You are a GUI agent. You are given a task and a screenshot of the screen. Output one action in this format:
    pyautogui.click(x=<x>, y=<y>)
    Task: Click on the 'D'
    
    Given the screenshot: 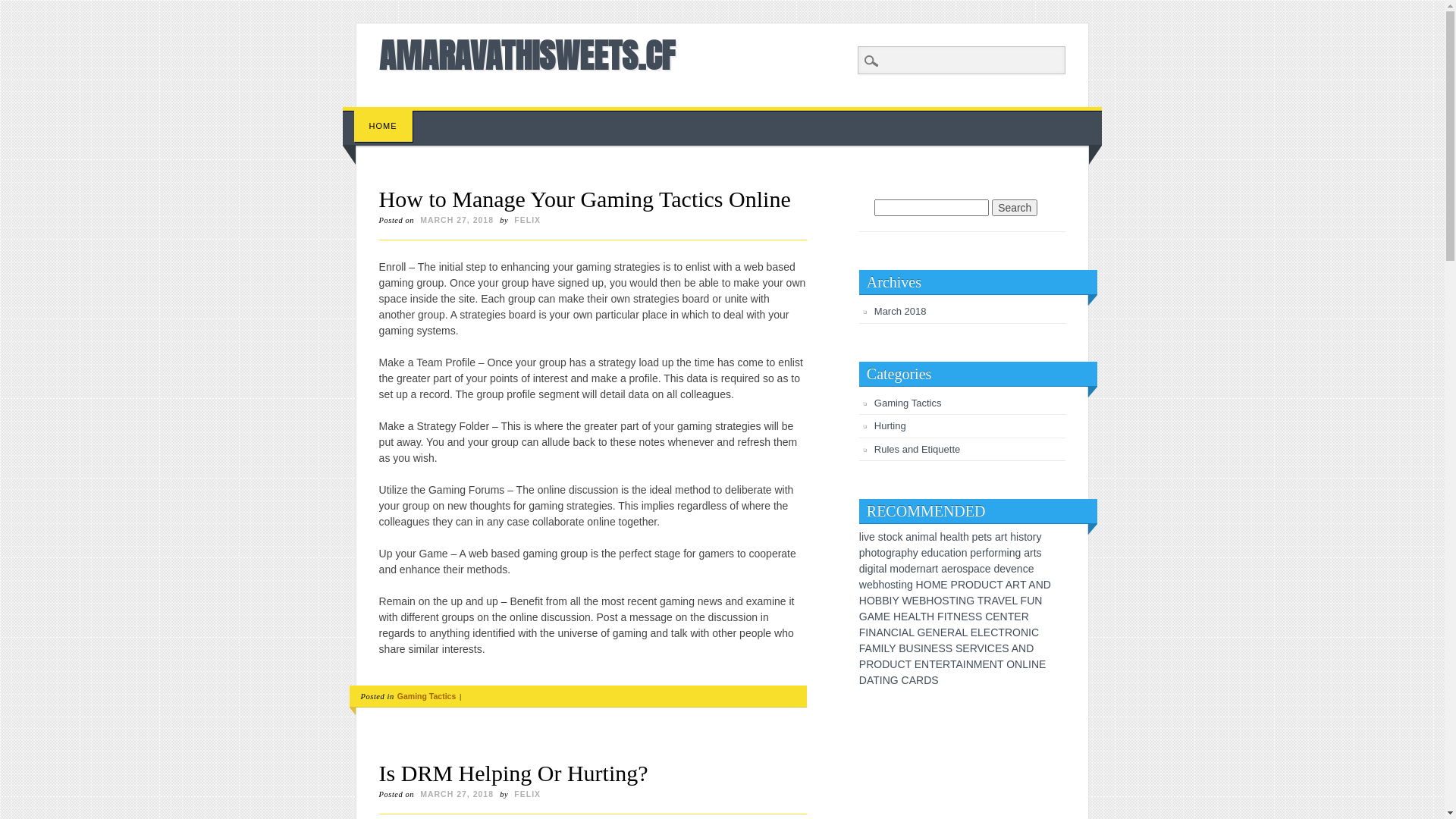 What is the action you would take?
    pyautogui.click(x=885, y=663)
    